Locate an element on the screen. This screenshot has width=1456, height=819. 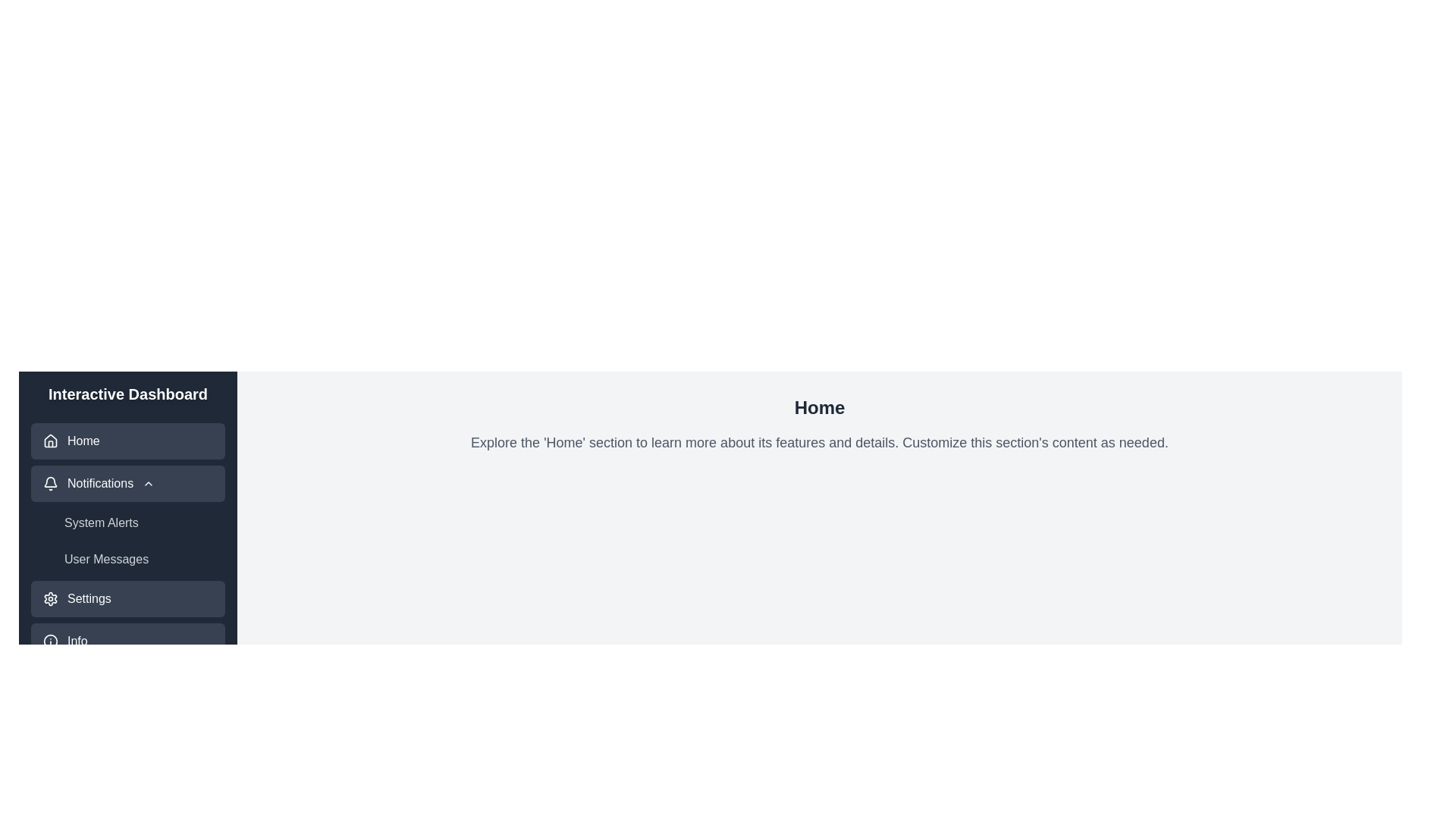
the gear icon located is located at coordinates (51, 598).